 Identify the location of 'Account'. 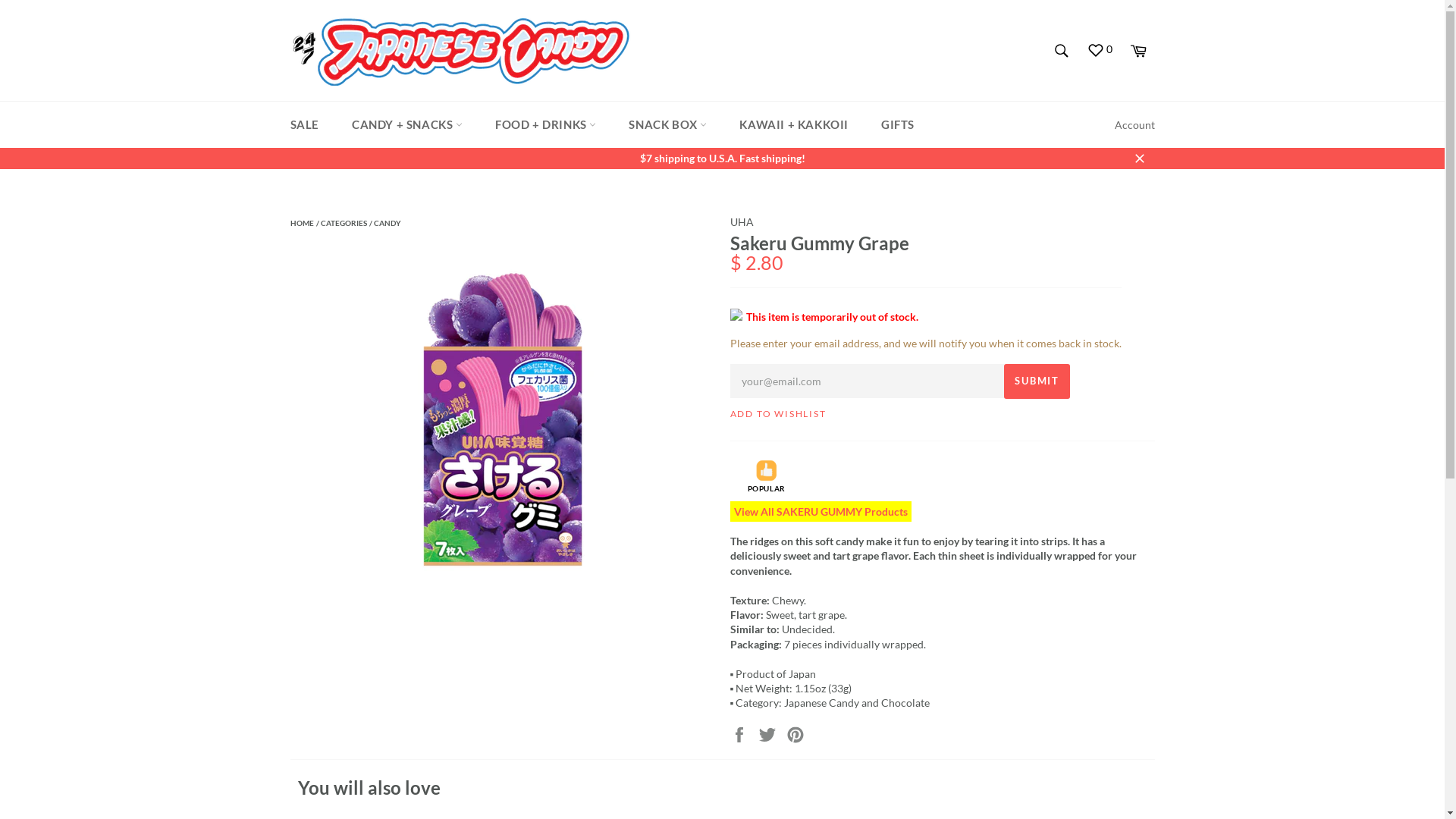
(1134, 124).